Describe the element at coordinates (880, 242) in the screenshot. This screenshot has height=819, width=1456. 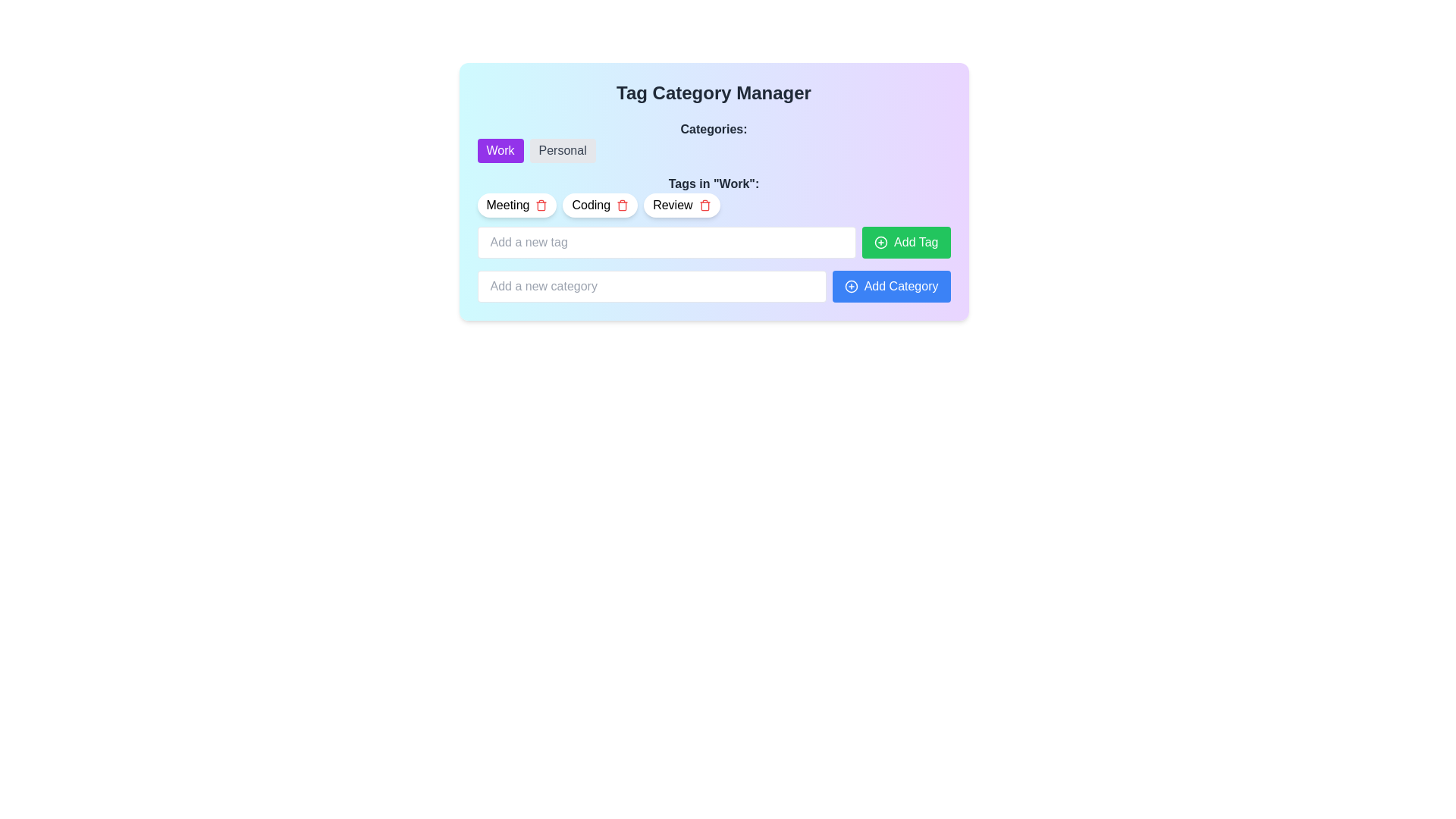
I see `the icon within the green 'Add Tag' button, located to the left of the text 'Add Tag.'` at that location.